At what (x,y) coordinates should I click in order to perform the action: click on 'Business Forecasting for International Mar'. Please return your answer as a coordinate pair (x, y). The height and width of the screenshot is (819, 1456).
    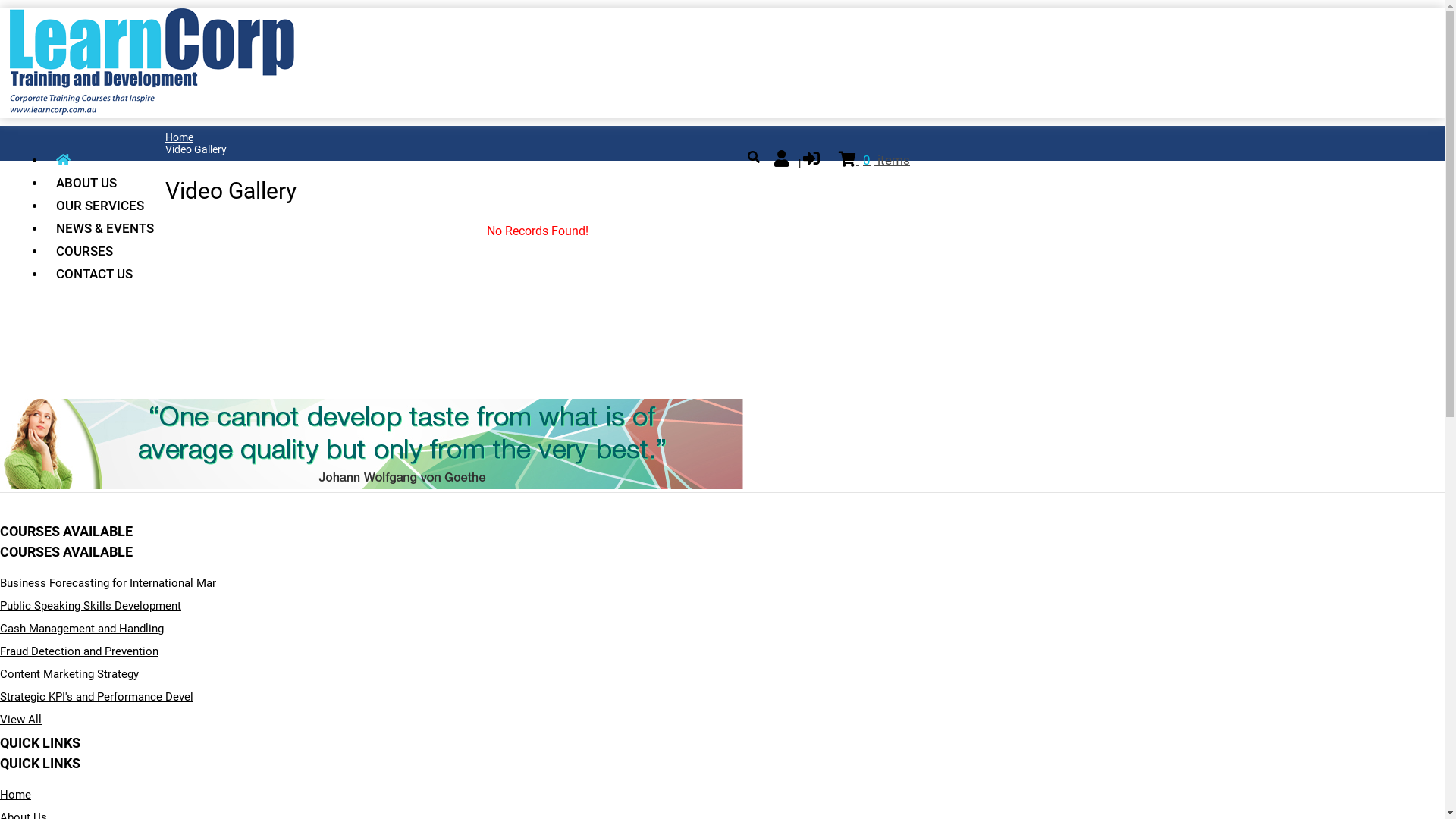
    Looking at the image, I should click on (107, 582).